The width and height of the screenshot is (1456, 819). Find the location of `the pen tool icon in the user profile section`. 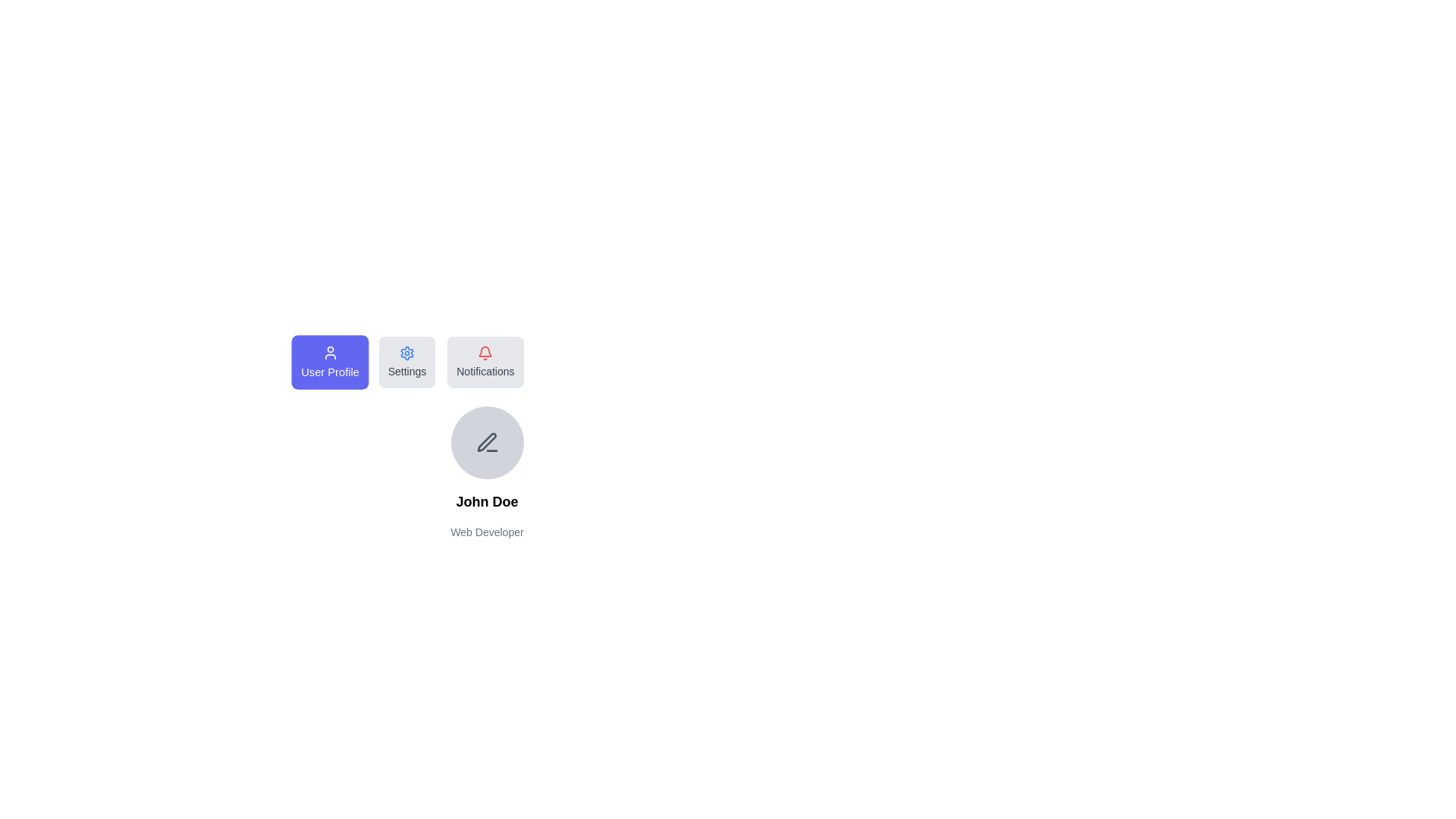

the pen tool icon in the user profile section is located at coordinates (487, 442).